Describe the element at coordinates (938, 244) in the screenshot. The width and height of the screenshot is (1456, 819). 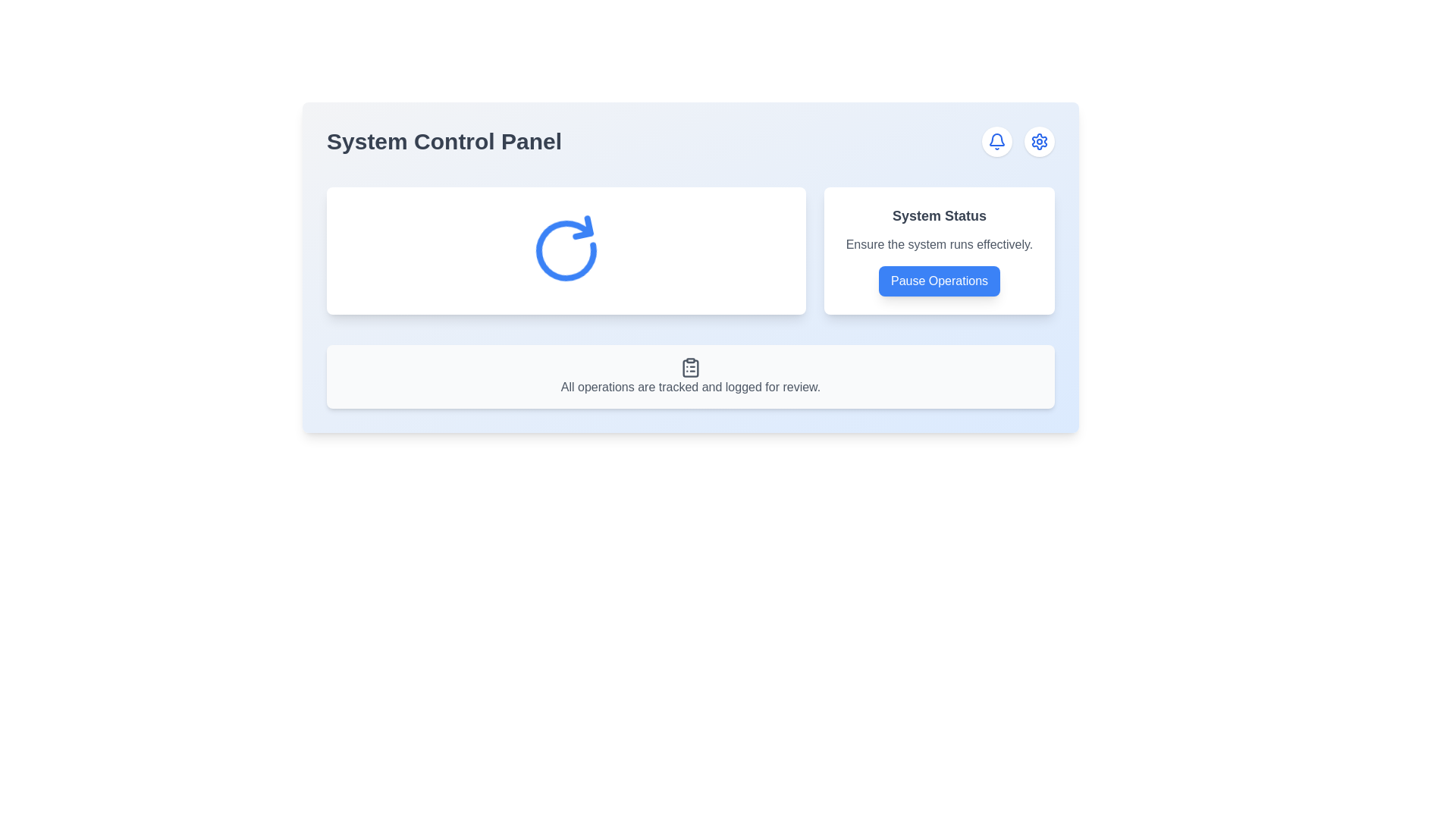
I see `the static text label displaying 'Ensure the system runs effectively.' located in the 'System Status' panel` at that location.